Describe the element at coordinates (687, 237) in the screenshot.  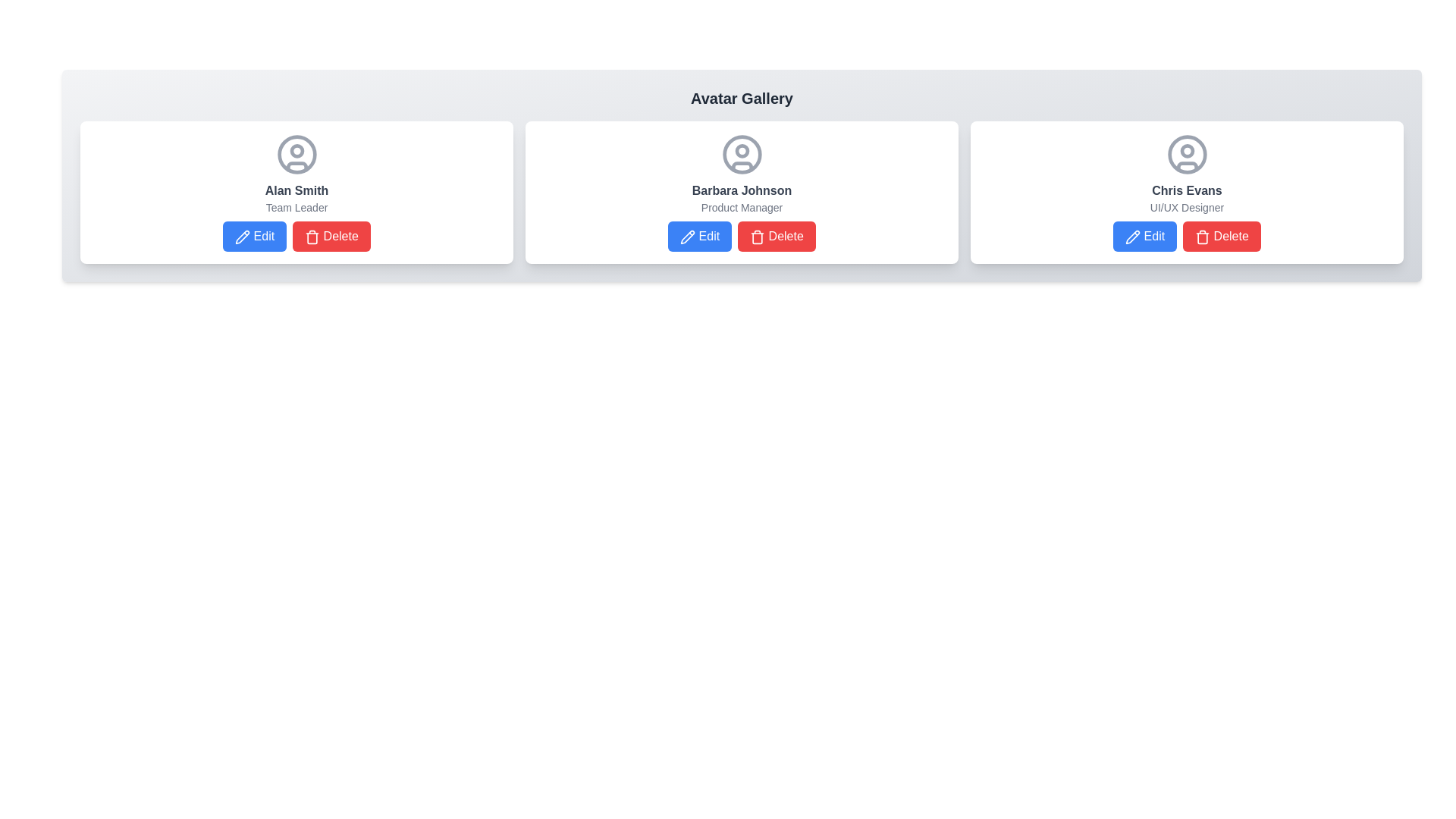
I see `the 'Edit' icon located to the left of the 'Edit' button in the second card belonging to Barbara Johnson` at that location.